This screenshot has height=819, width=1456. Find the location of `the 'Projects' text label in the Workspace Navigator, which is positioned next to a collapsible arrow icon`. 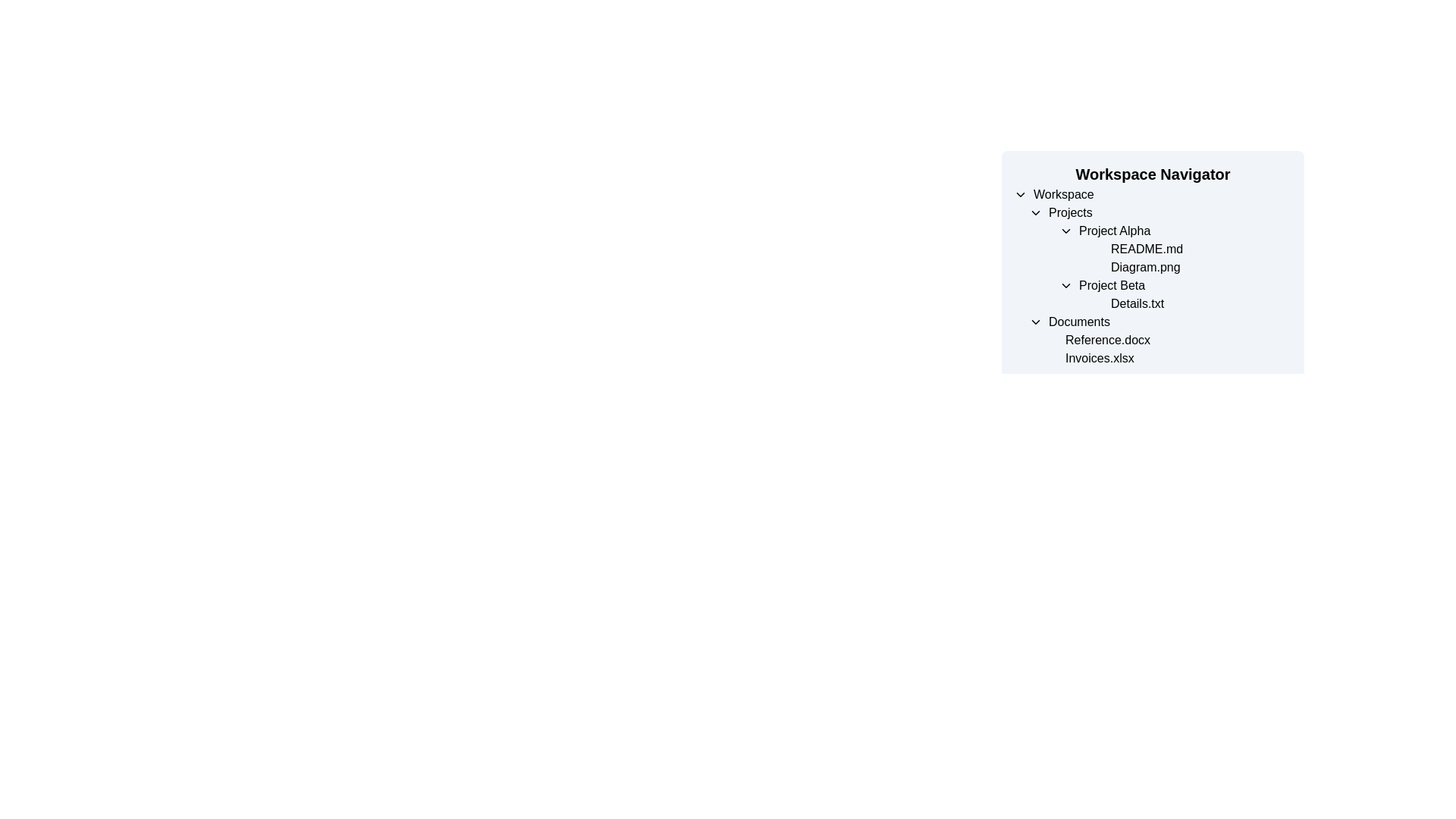

the 'Projects' text label in the Workspace Navigator, which is positioned next to a collapsible arrow icon is located at coordinates (1069, 213).